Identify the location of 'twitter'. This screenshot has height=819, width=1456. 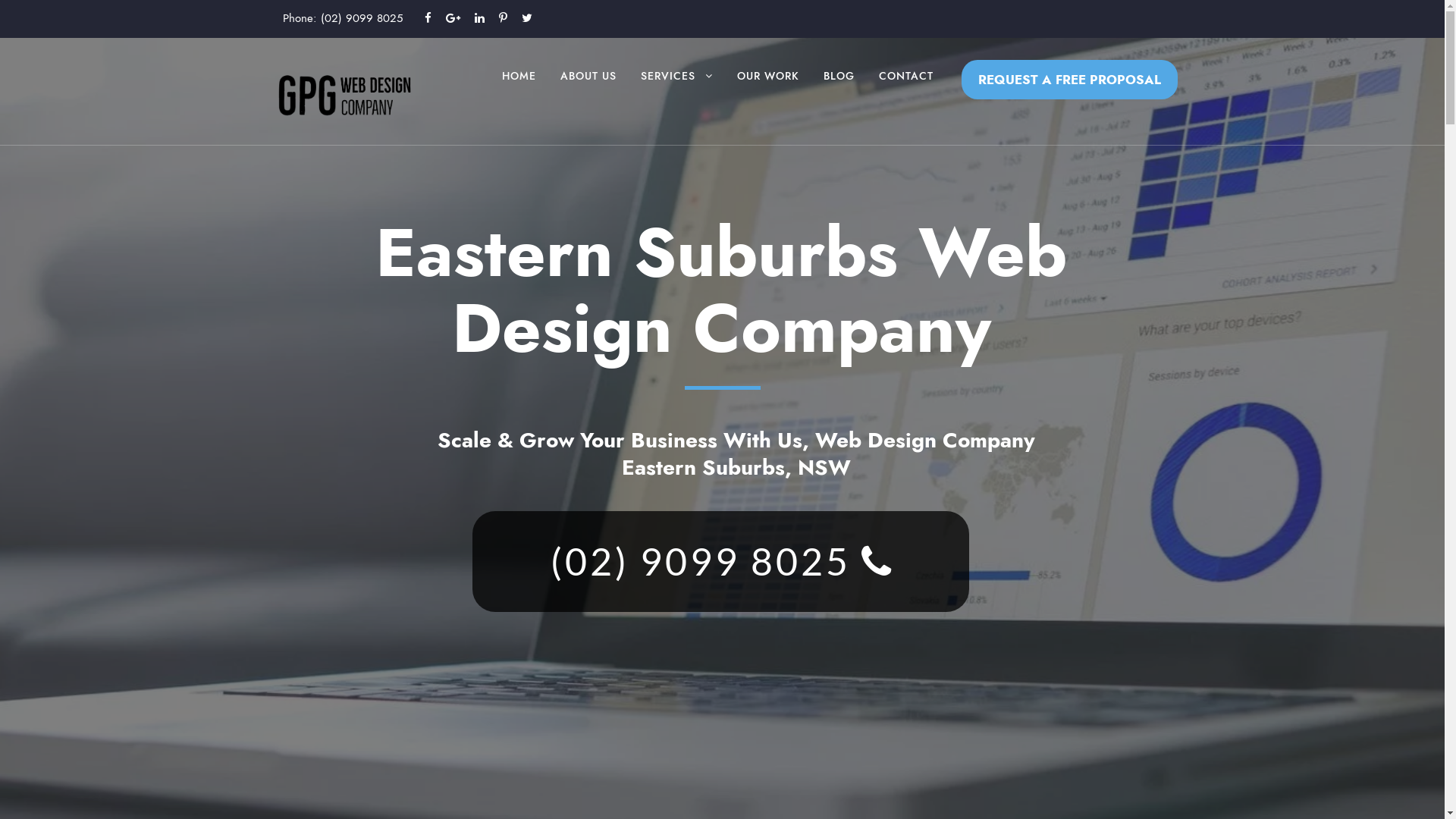
(527, 17).